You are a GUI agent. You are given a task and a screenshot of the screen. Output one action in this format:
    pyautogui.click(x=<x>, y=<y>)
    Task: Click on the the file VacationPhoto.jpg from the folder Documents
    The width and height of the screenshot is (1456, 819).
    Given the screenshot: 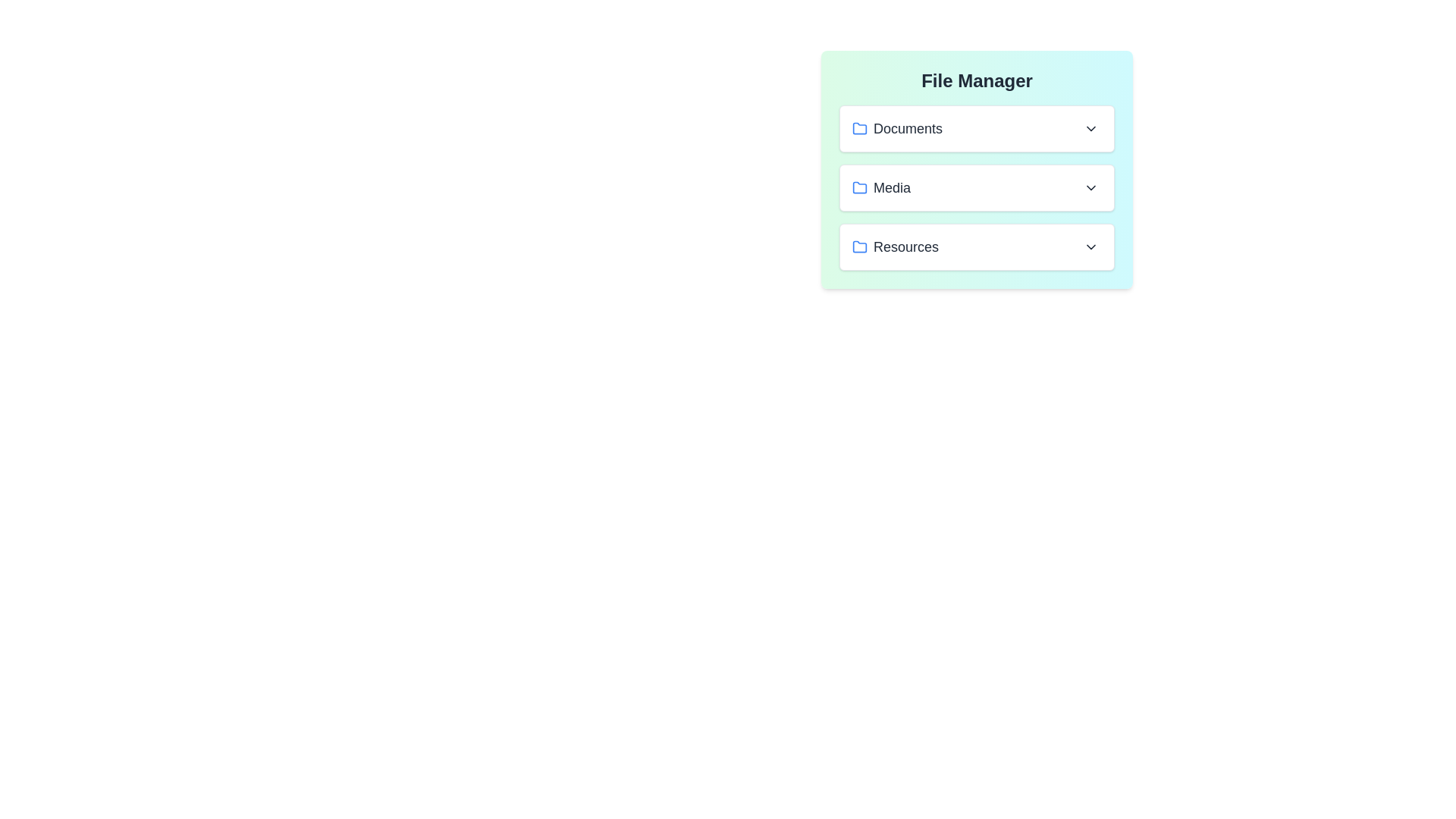 What is the action you would take?
    pyautogui.click(x=977, y=127)
    